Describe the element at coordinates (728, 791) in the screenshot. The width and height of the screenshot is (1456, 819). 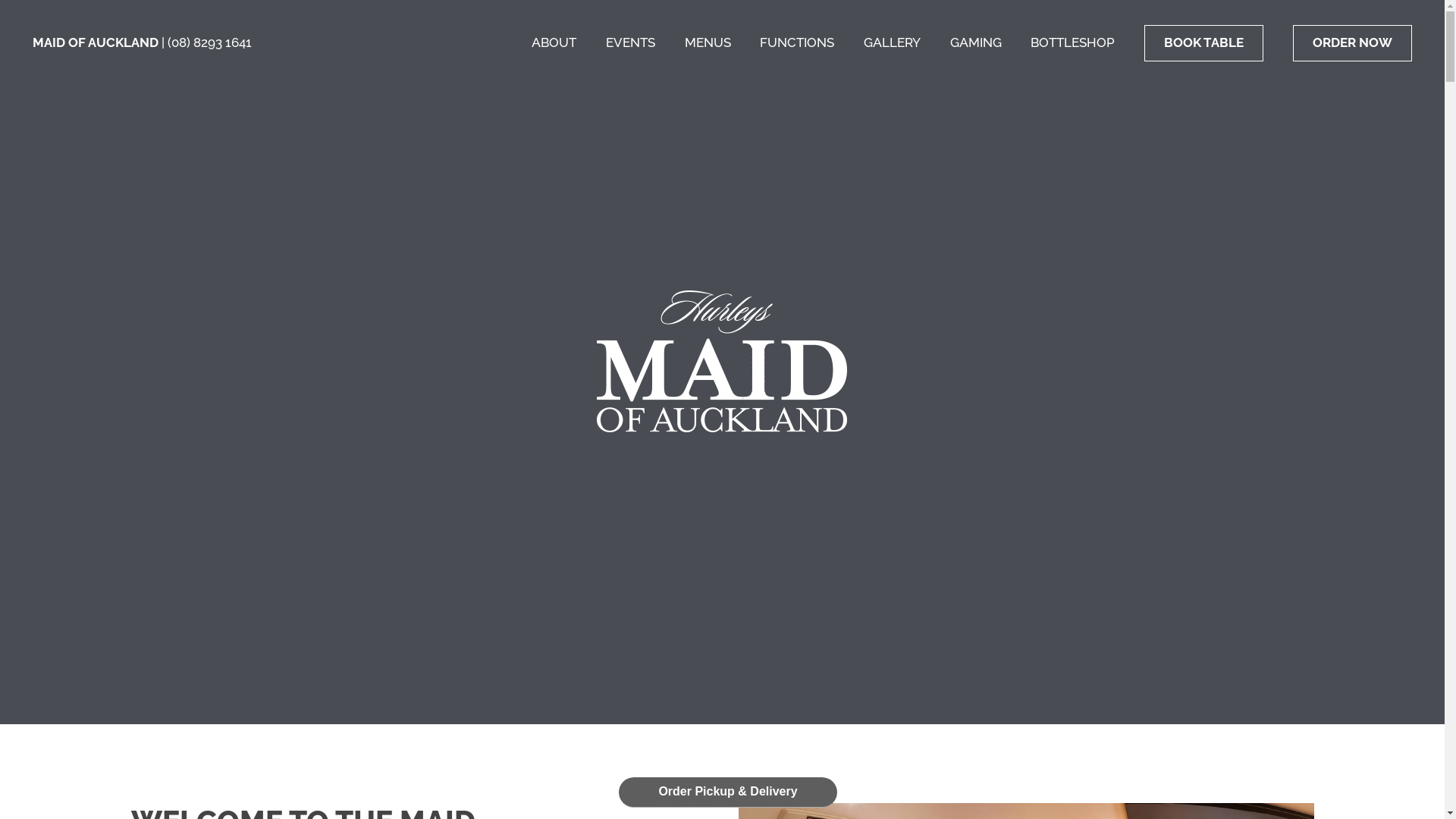
I see `'Order Pickup & Delivery'` at that location.